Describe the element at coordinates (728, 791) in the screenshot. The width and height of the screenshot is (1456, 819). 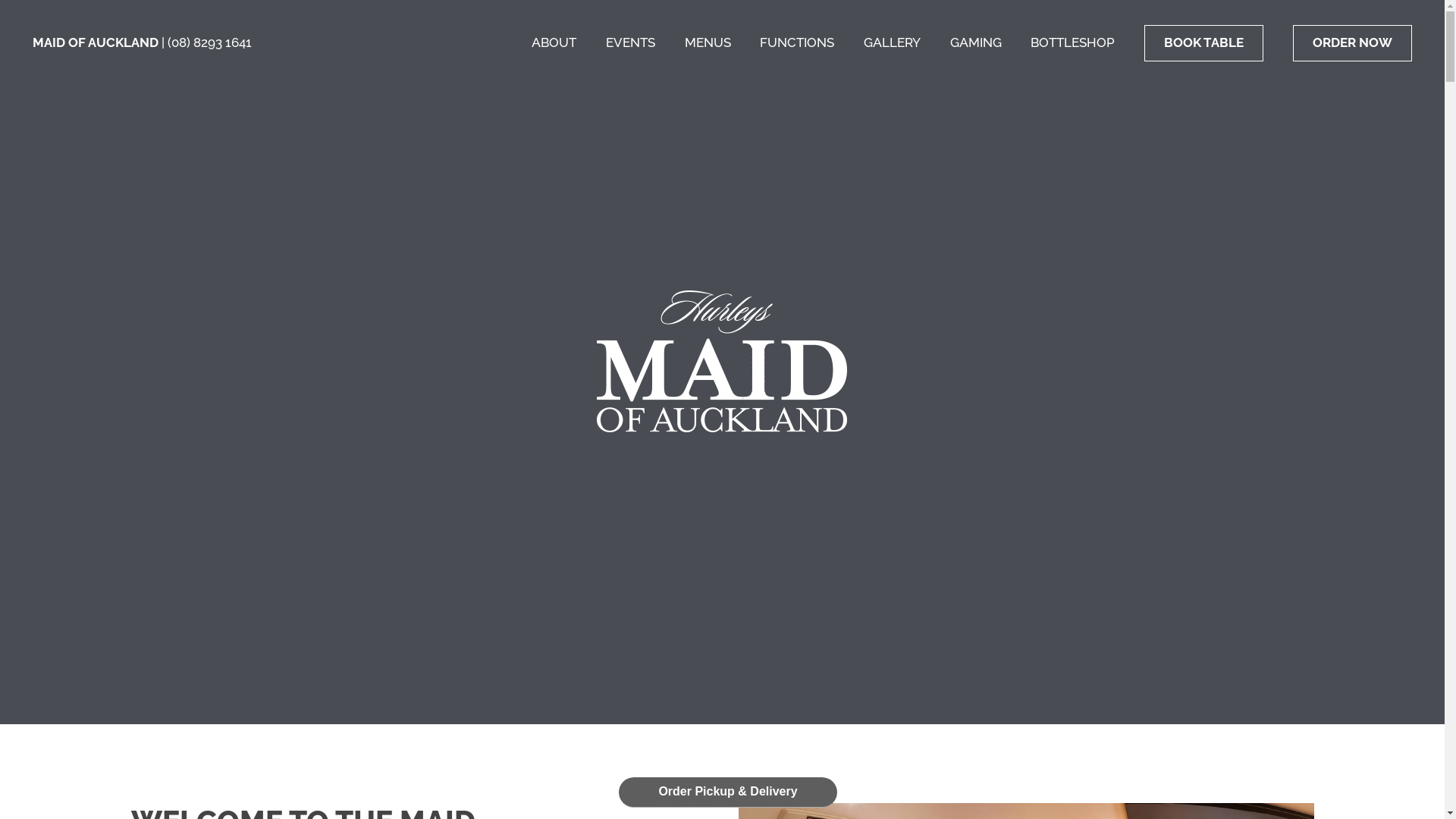
I see `'Order Pickup & Delivery'` at that location.